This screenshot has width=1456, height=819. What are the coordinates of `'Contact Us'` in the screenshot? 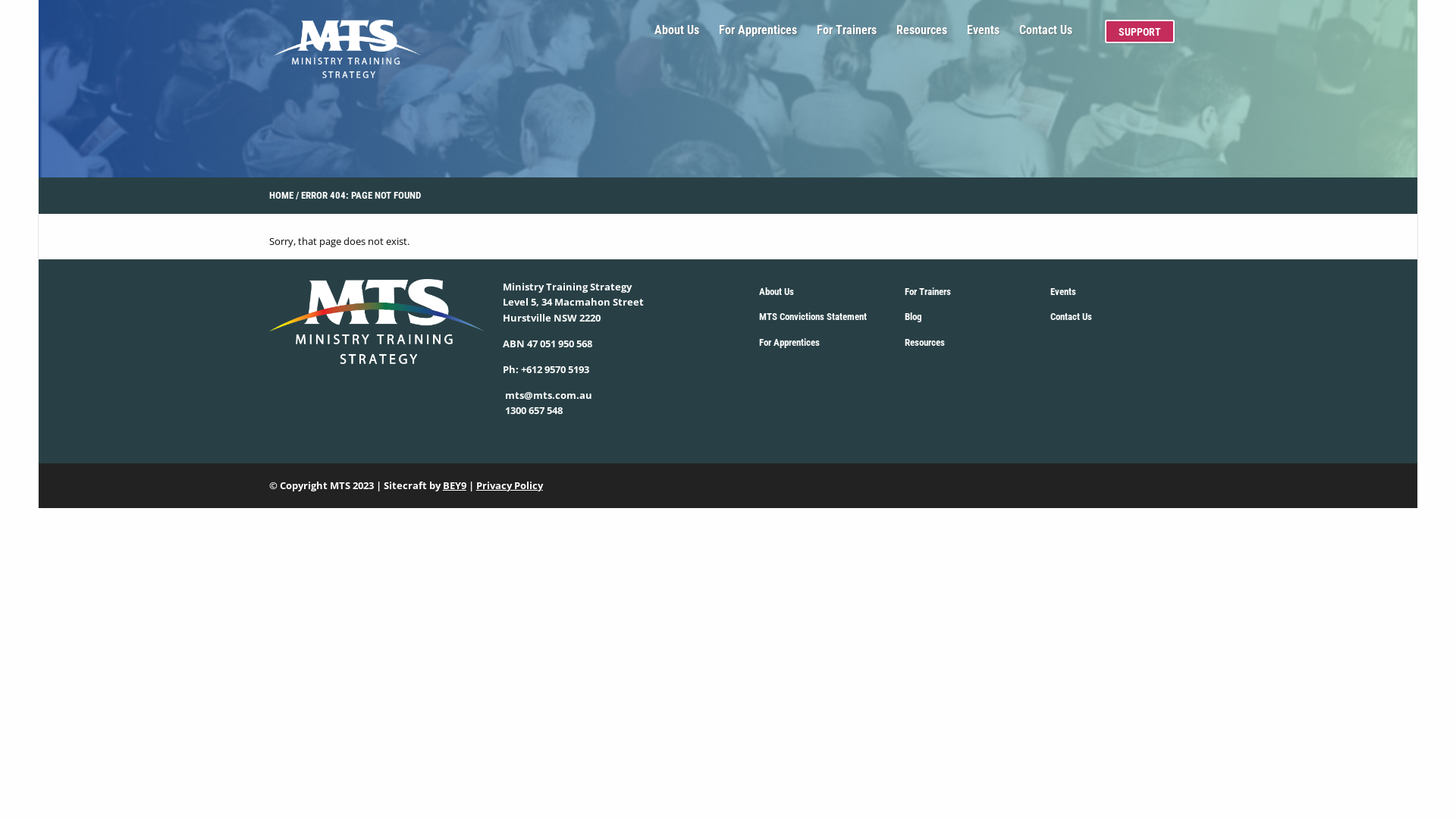 It's located at (1050, 316).